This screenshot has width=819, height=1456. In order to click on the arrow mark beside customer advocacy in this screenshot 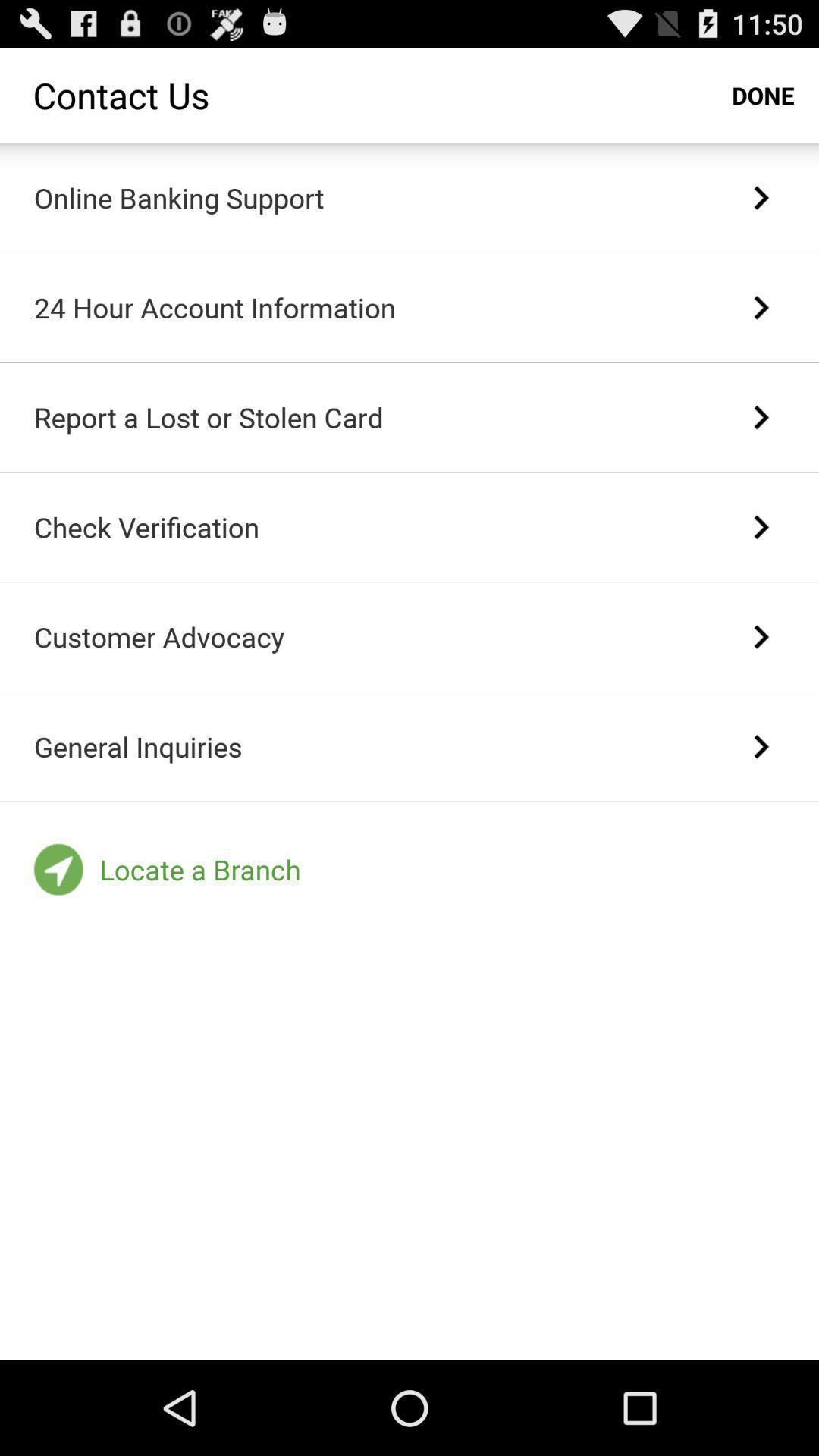, I will do `click(761, 637)`.